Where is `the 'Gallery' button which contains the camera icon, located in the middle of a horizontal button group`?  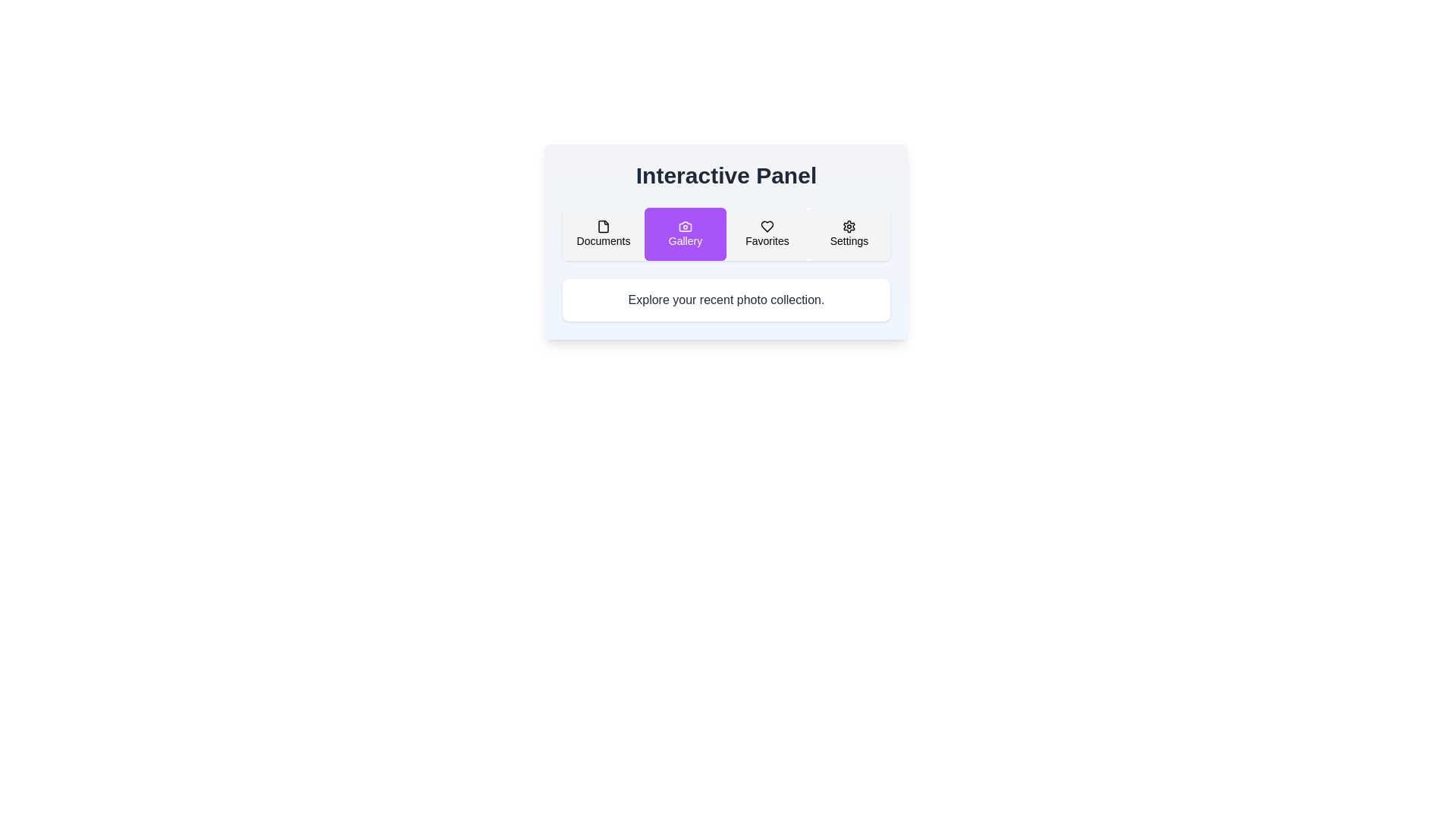 the 'Gallery' button which contains the camera icon, located in the middle of a horizontal button group is located at coordinates (684, 227).